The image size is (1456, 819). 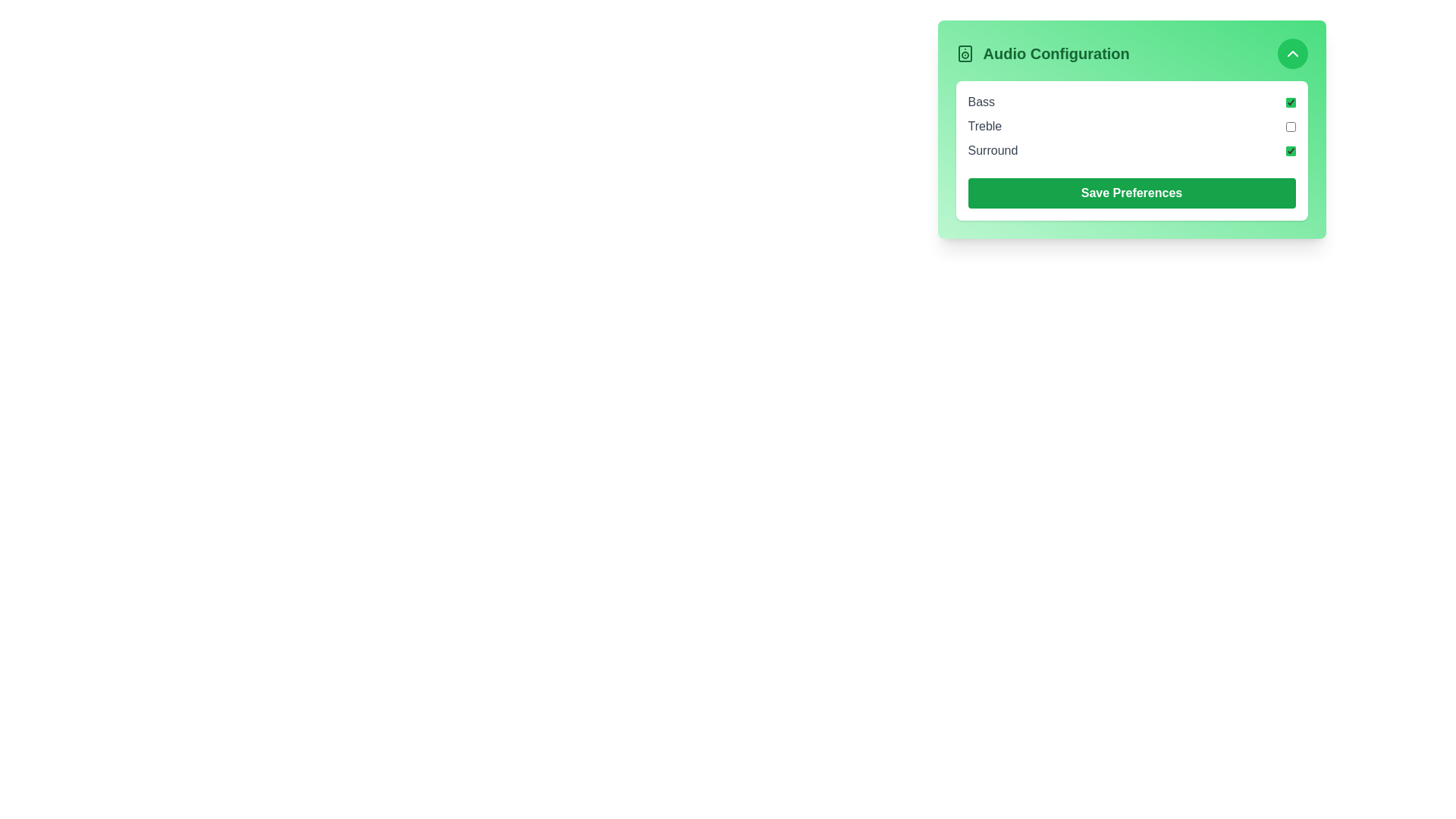 I want to click on the 'Bass' setting checkbox, so click(x=1131, y=102).